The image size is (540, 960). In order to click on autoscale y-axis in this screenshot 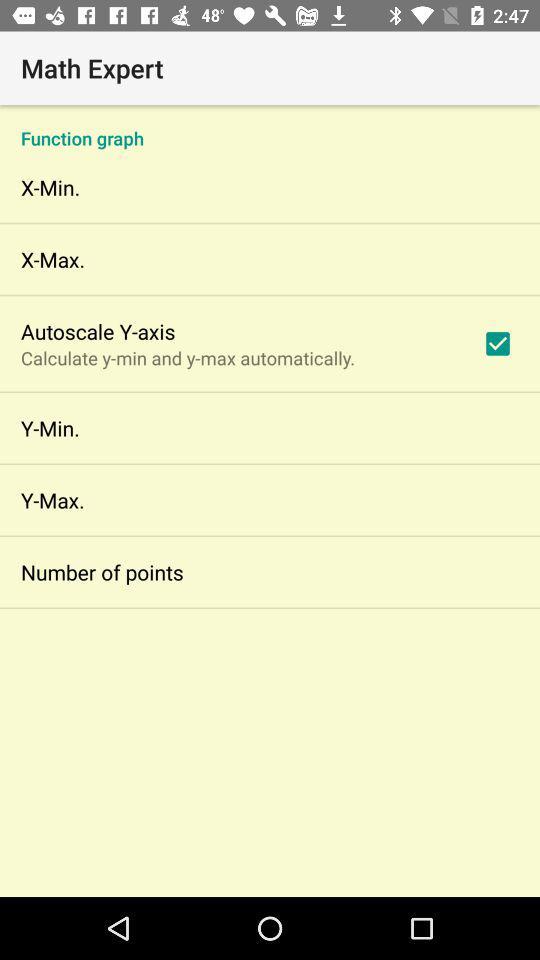, I will do `click(97, 331)`.